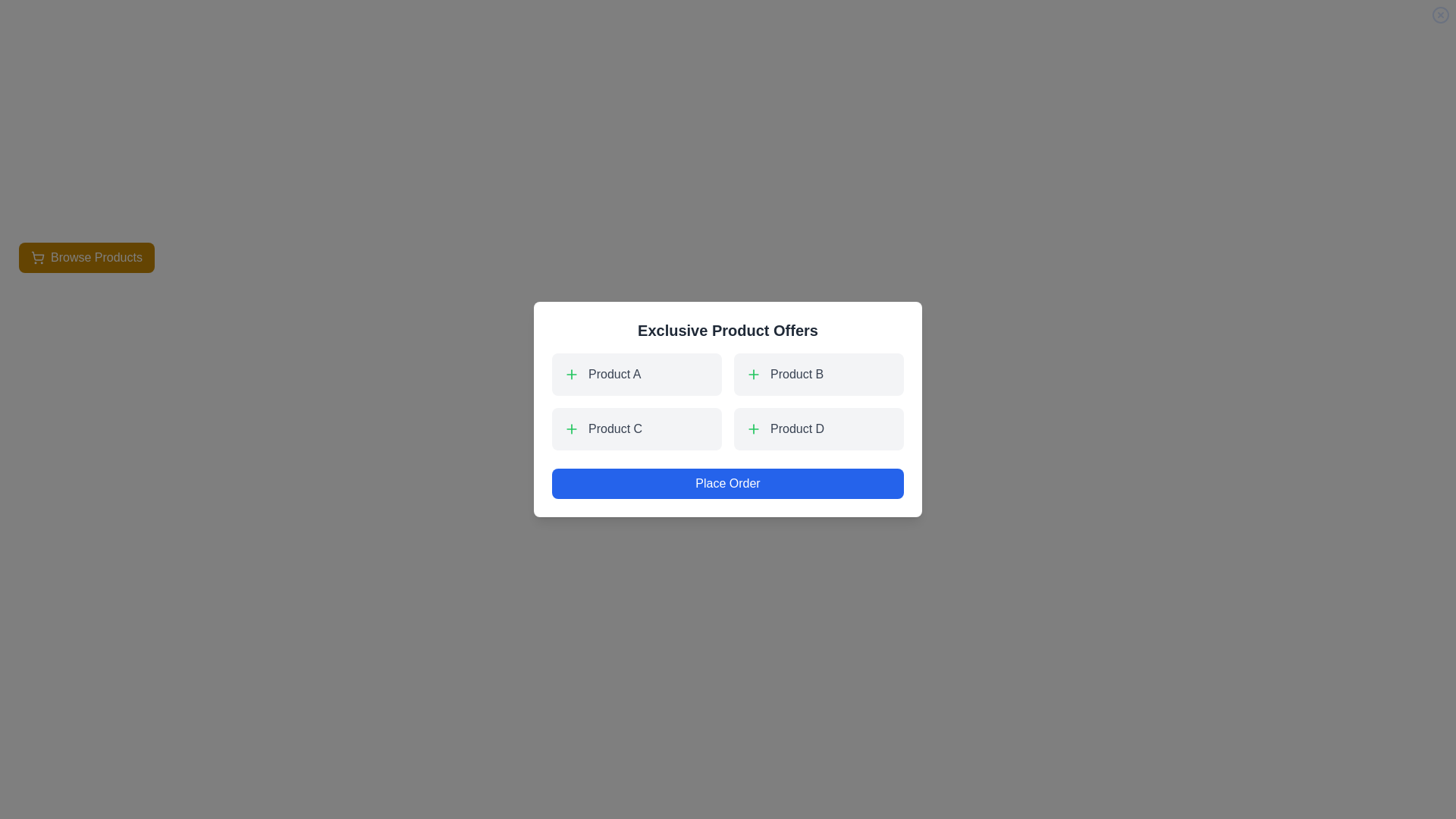 The width and height of the screenshot is (1456, 819). I want to click on the button labeled 'Product C', which is a rectangular box with a light gray background, rounded corners, and a green plus sign followed by bold black text, so click(637, 429).